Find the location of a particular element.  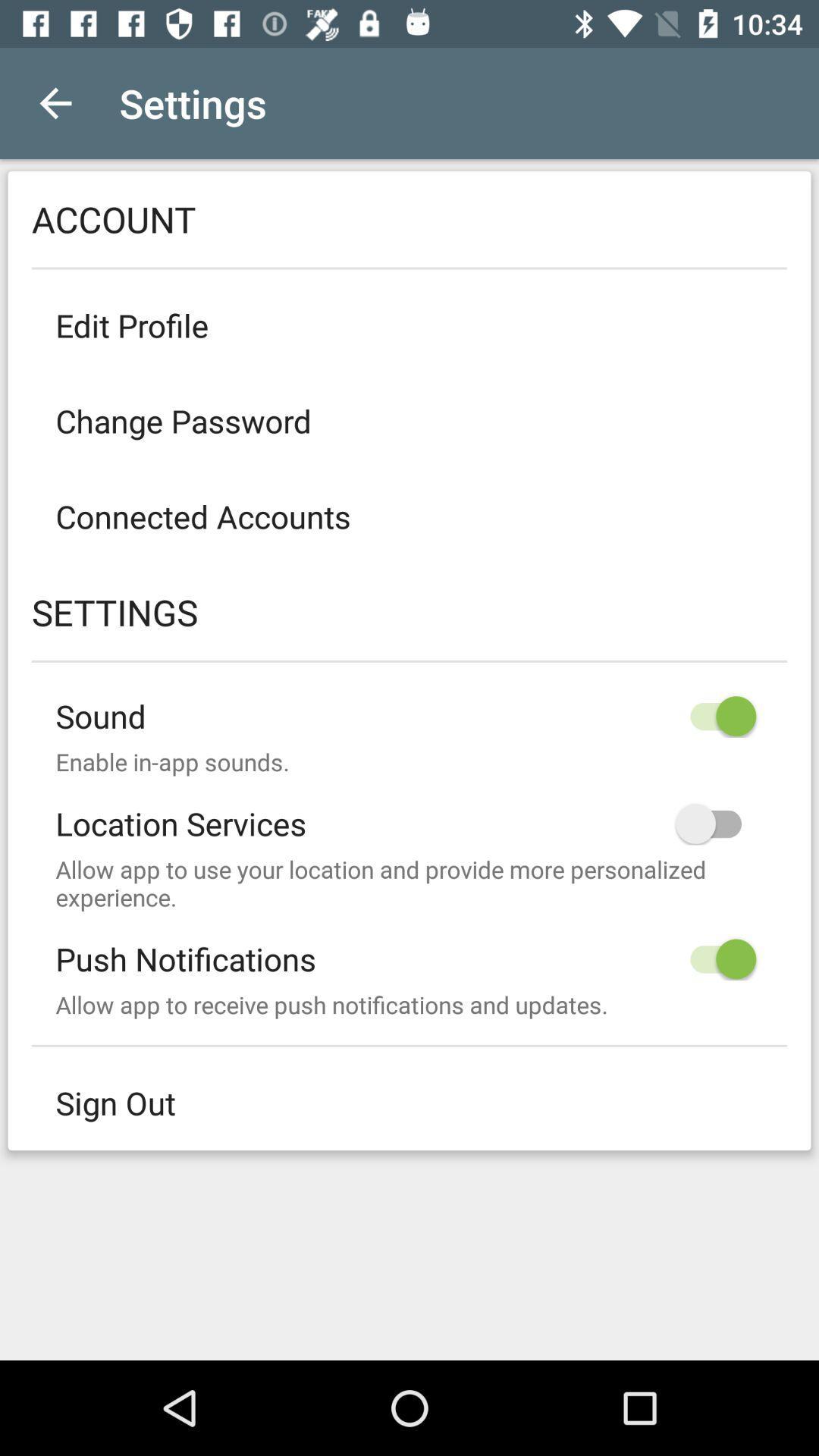

the icon below the edit profile item is located at coordinates (409, 421).